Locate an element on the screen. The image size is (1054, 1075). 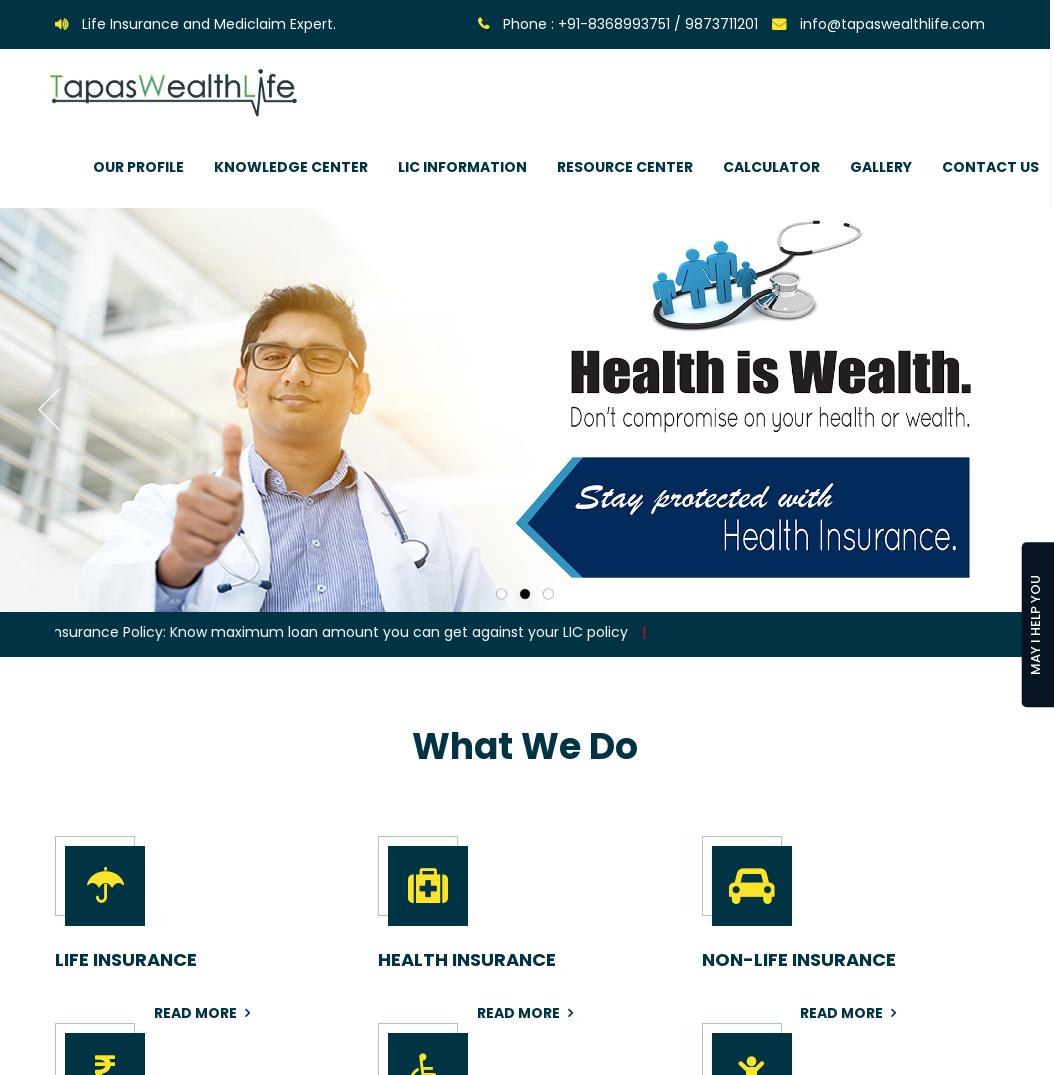
'Important Forms' is located at coordinates (561, 231).